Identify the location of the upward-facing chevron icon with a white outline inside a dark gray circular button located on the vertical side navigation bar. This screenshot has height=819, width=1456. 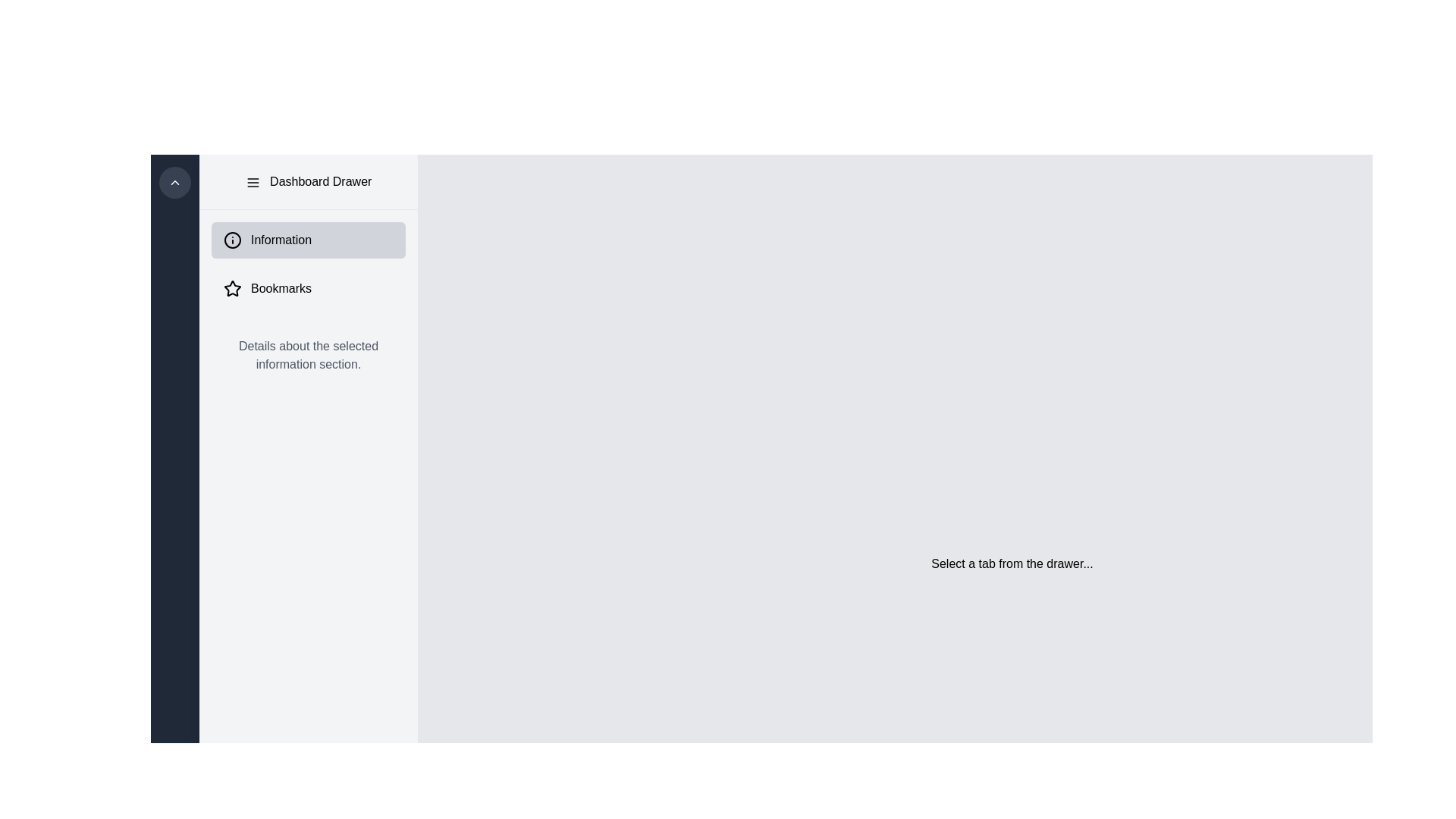
(174, 181).